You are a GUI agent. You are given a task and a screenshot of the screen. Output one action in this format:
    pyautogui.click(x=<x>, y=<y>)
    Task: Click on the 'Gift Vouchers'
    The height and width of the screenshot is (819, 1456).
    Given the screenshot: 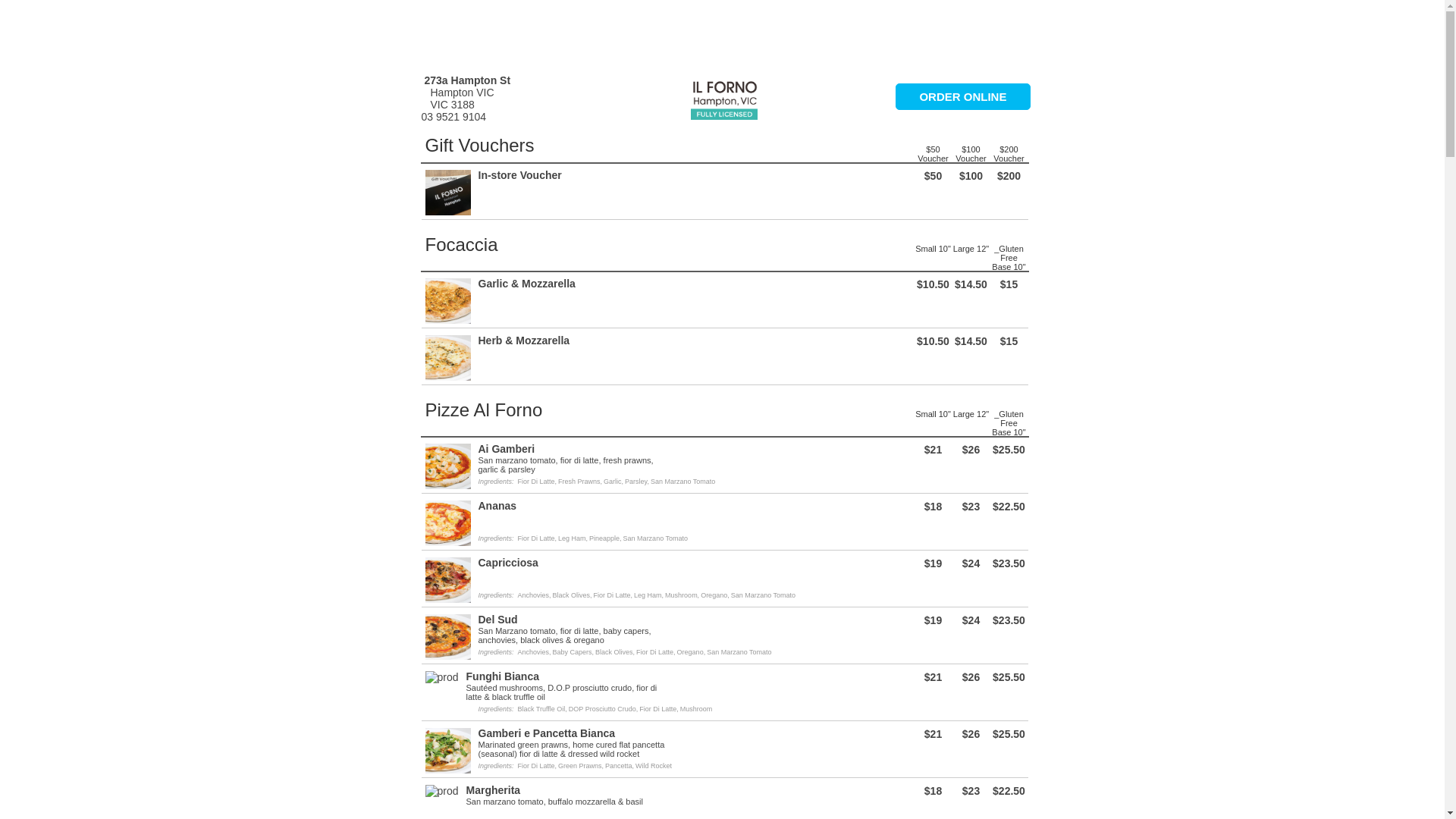 What is the action you would take?
    pyautogui.click(x=479, y=145)
    